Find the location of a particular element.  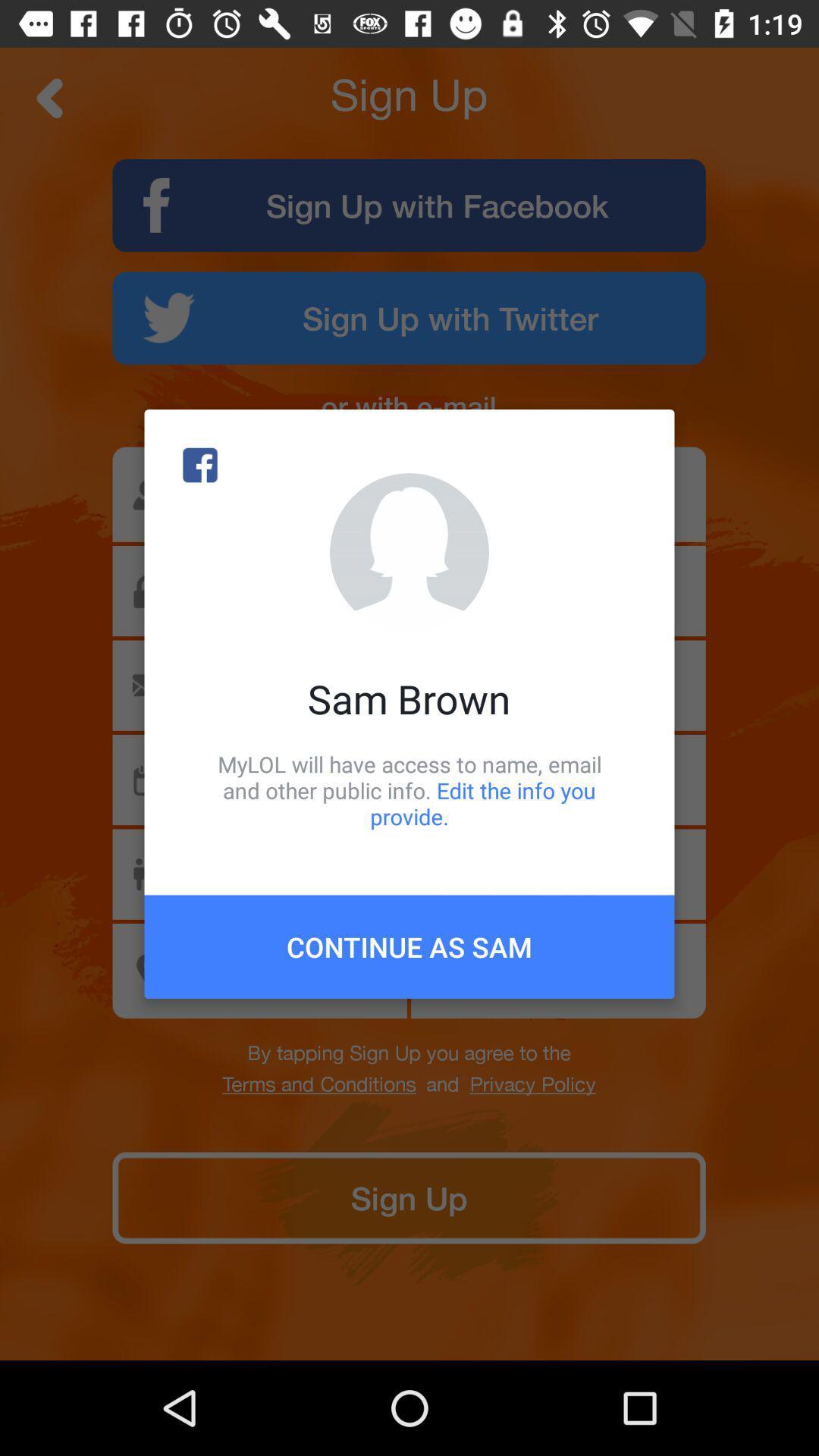

mylol will have is located at coordinates (409, 789).